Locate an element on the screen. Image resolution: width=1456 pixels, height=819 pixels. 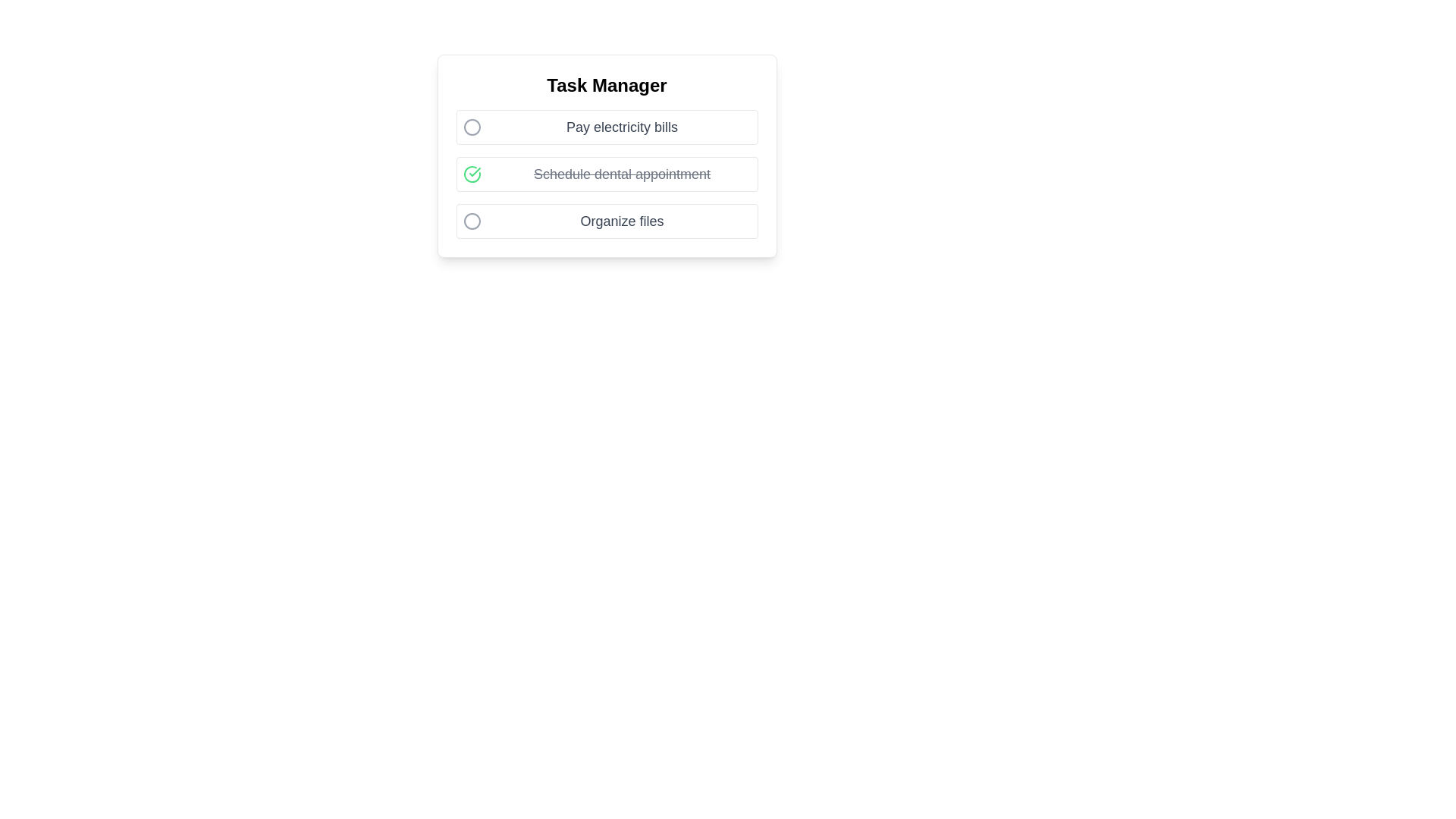
the gray circular icon that serves as an interactive status marker for the 'Organize files' task is located at coordinates (471, 221).